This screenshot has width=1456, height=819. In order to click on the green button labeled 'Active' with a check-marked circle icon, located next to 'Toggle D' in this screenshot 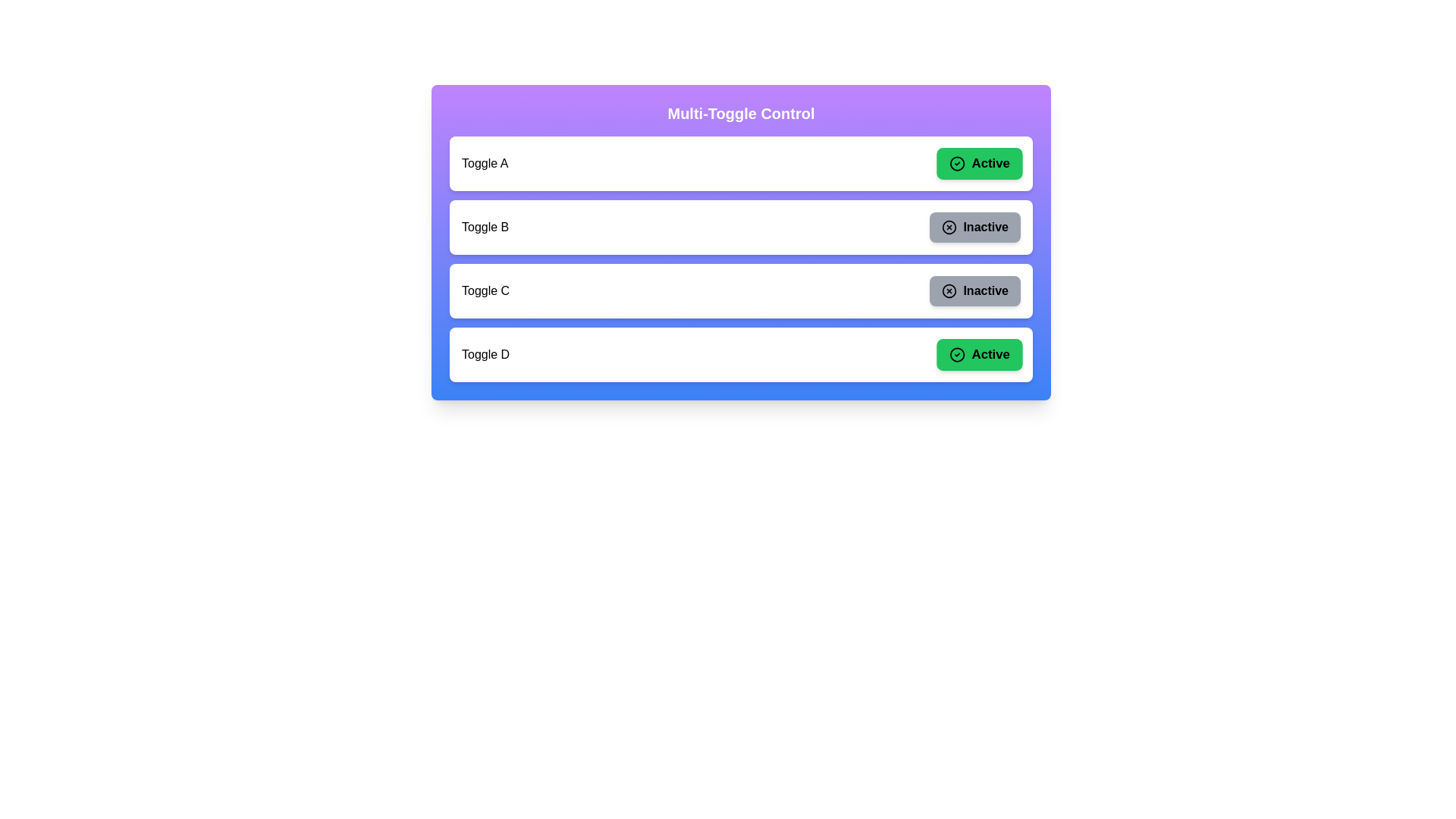, I will do `click(979, 354)`.